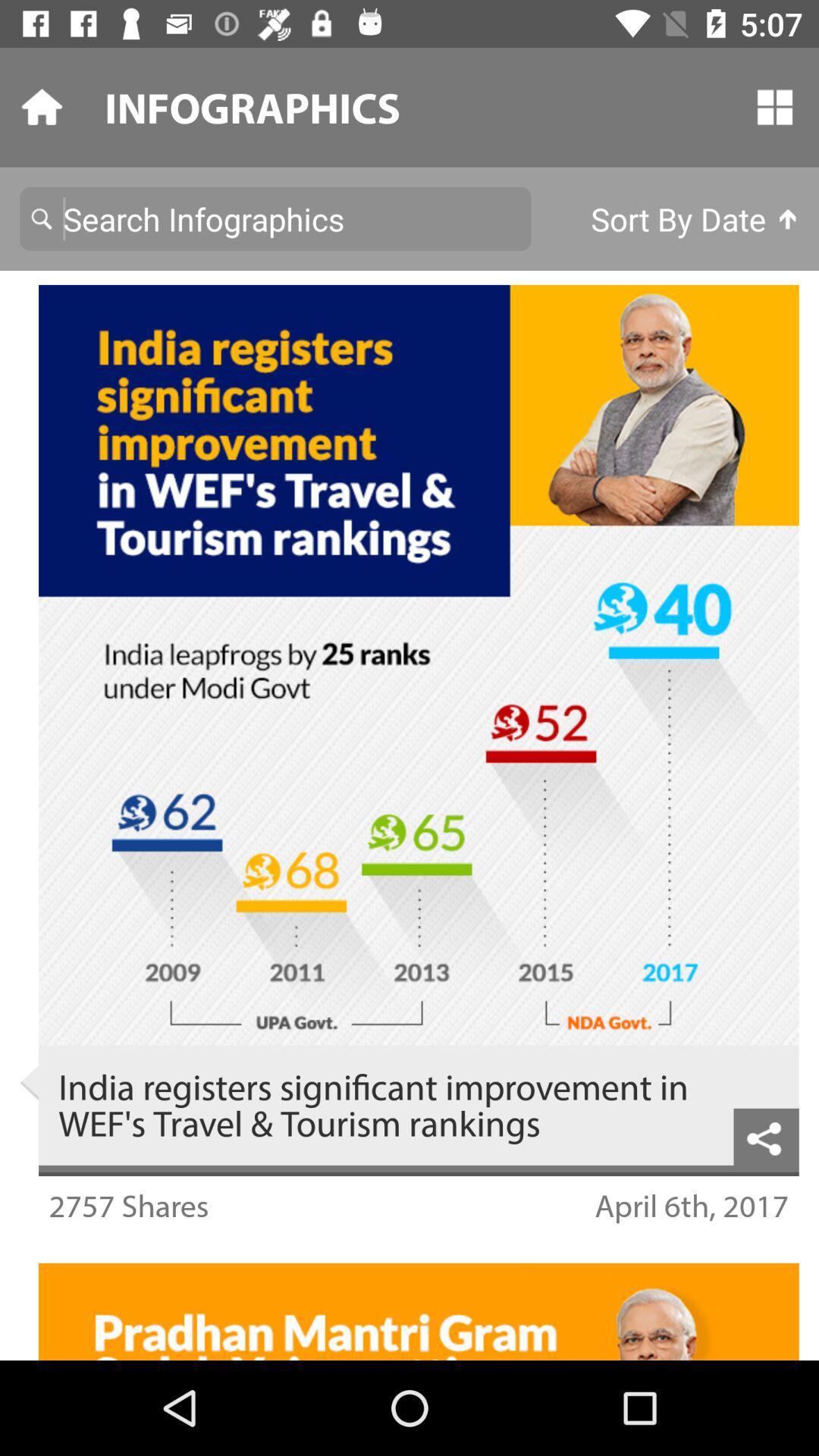  Describe the element at coordinates (692, 1204) in the screenshot. I see `item next to the 2757 shares icon` at that location.